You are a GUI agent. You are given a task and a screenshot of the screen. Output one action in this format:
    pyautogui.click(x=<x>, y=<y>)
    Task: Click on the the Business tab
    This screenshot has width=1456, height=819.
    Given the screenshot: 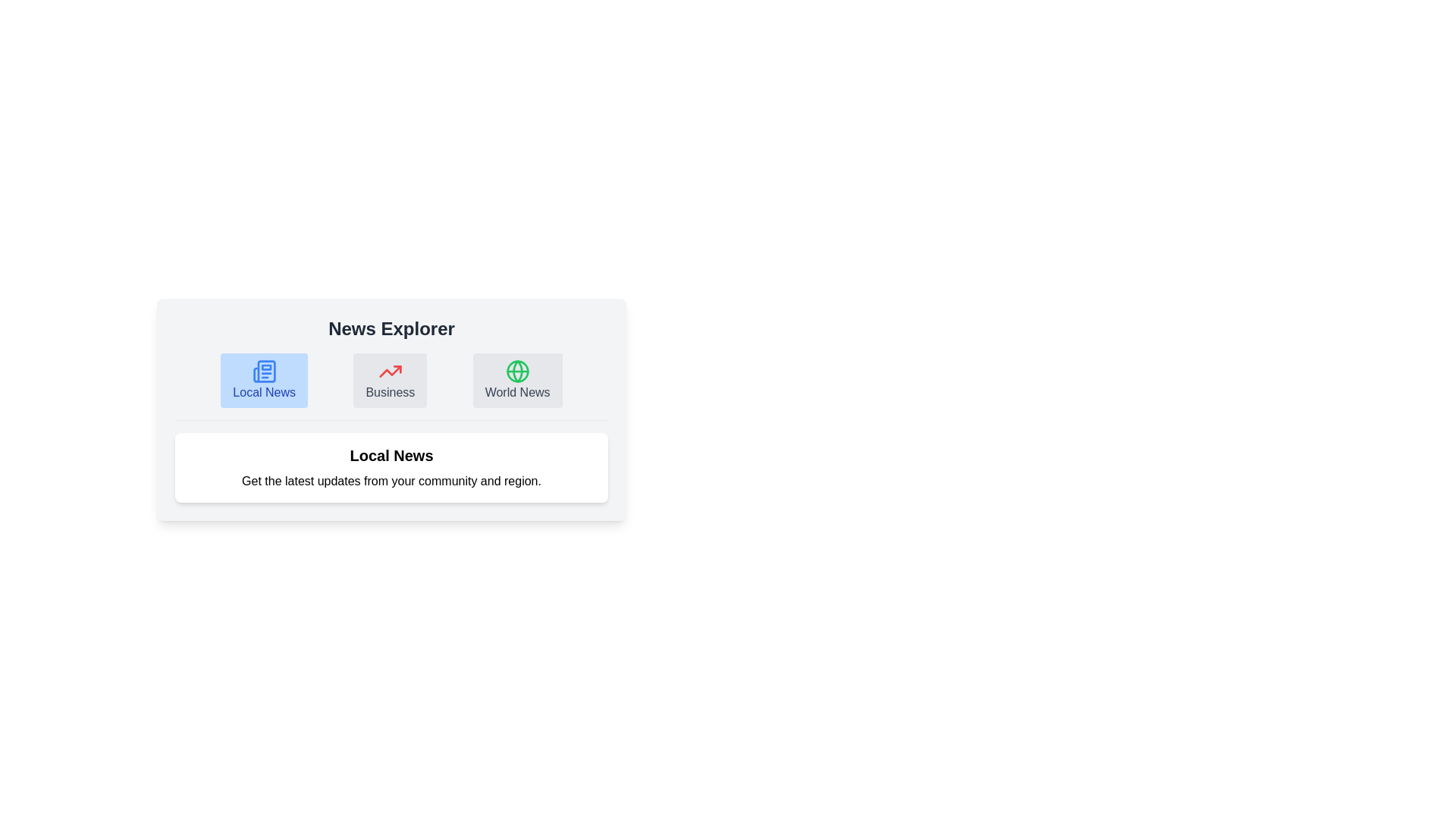 What is the action you would take?
    pyautogui.click(x=390, y=379)
    